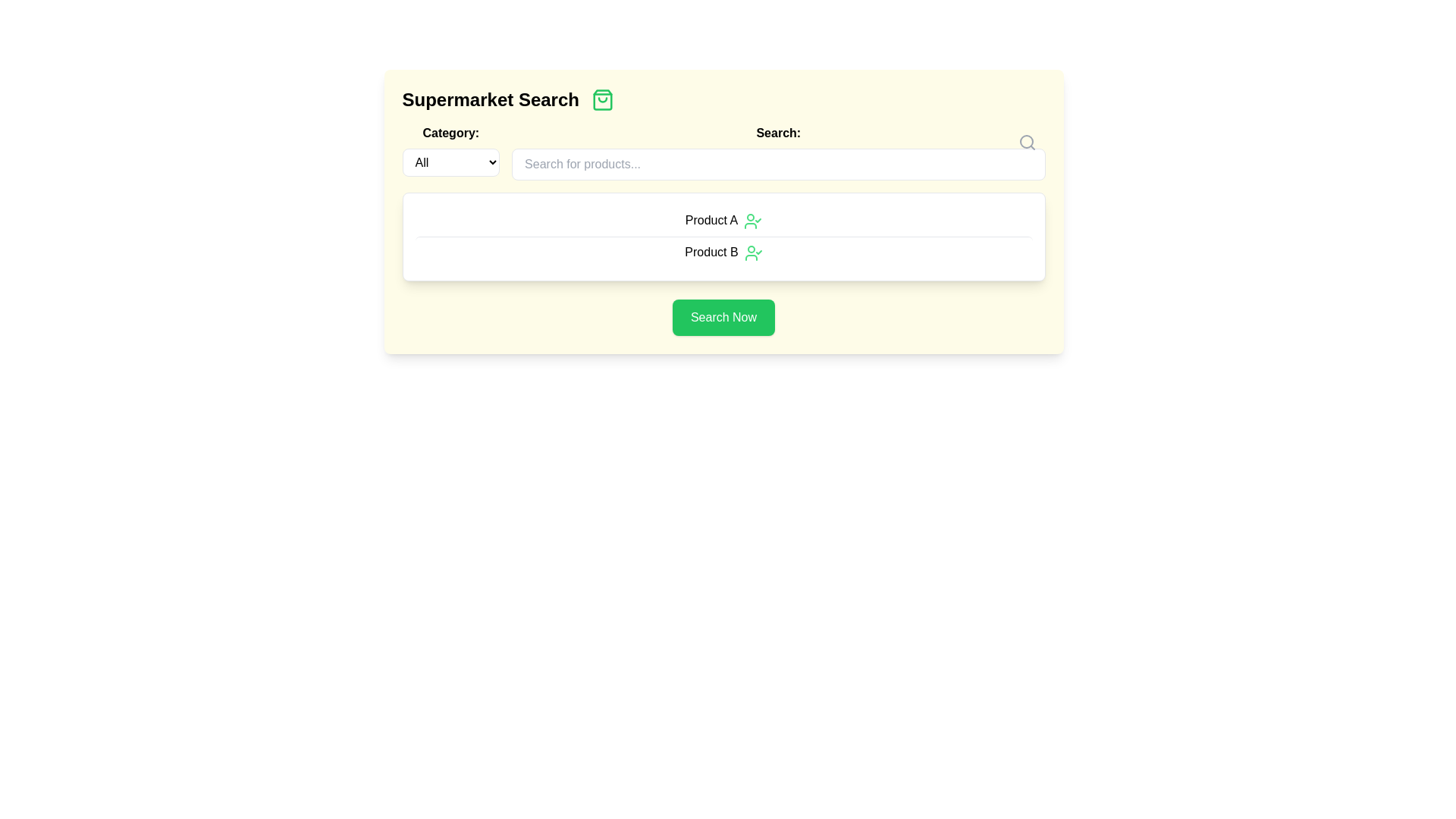 The image size is (1456, 819). What do you see at coordinates (450, 152) in the screenshot?
I see `the dropdown menu for keyboard navigation` at bounding box center [450, 152].